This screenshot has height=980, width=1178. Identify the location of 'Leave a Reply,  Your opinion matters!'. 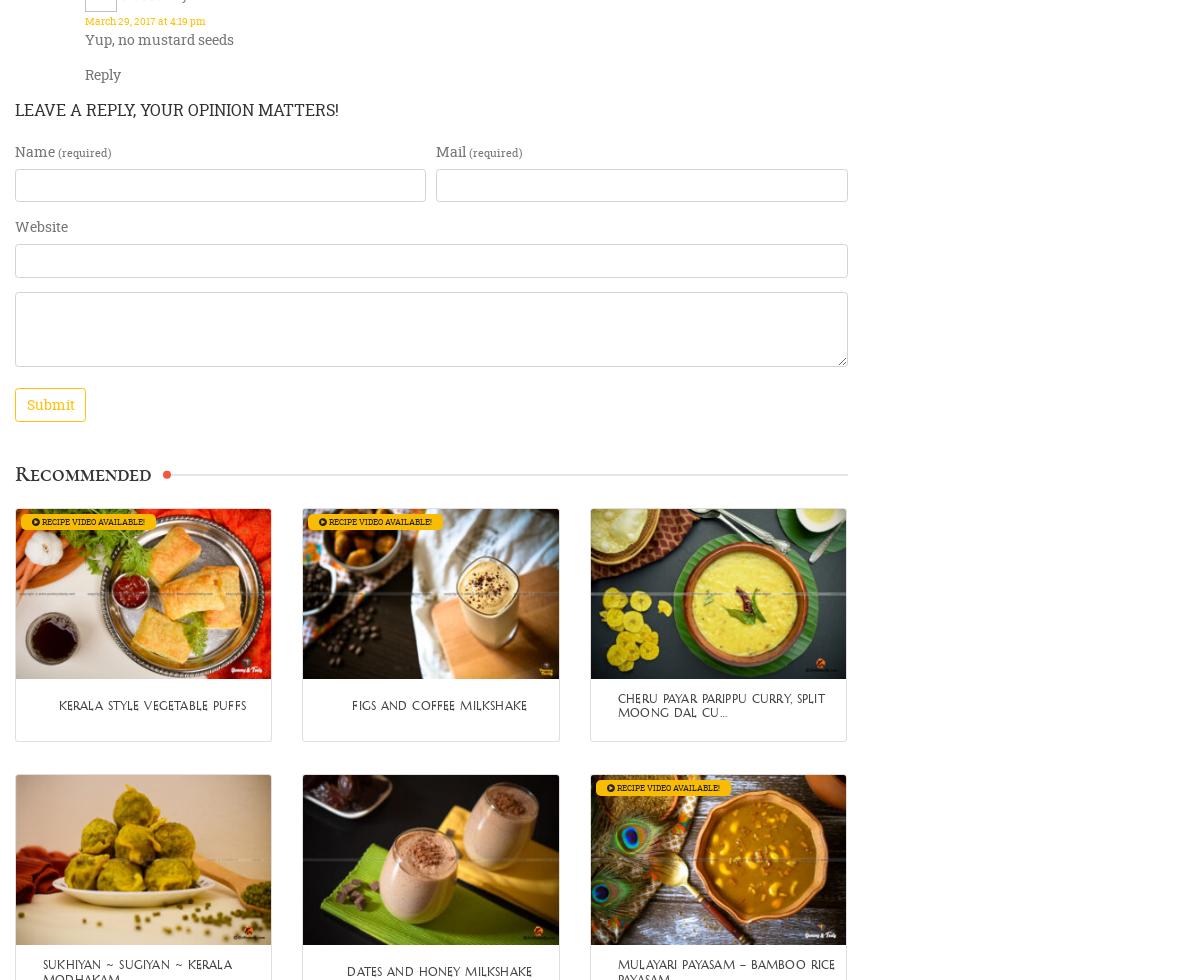
(176, 109).